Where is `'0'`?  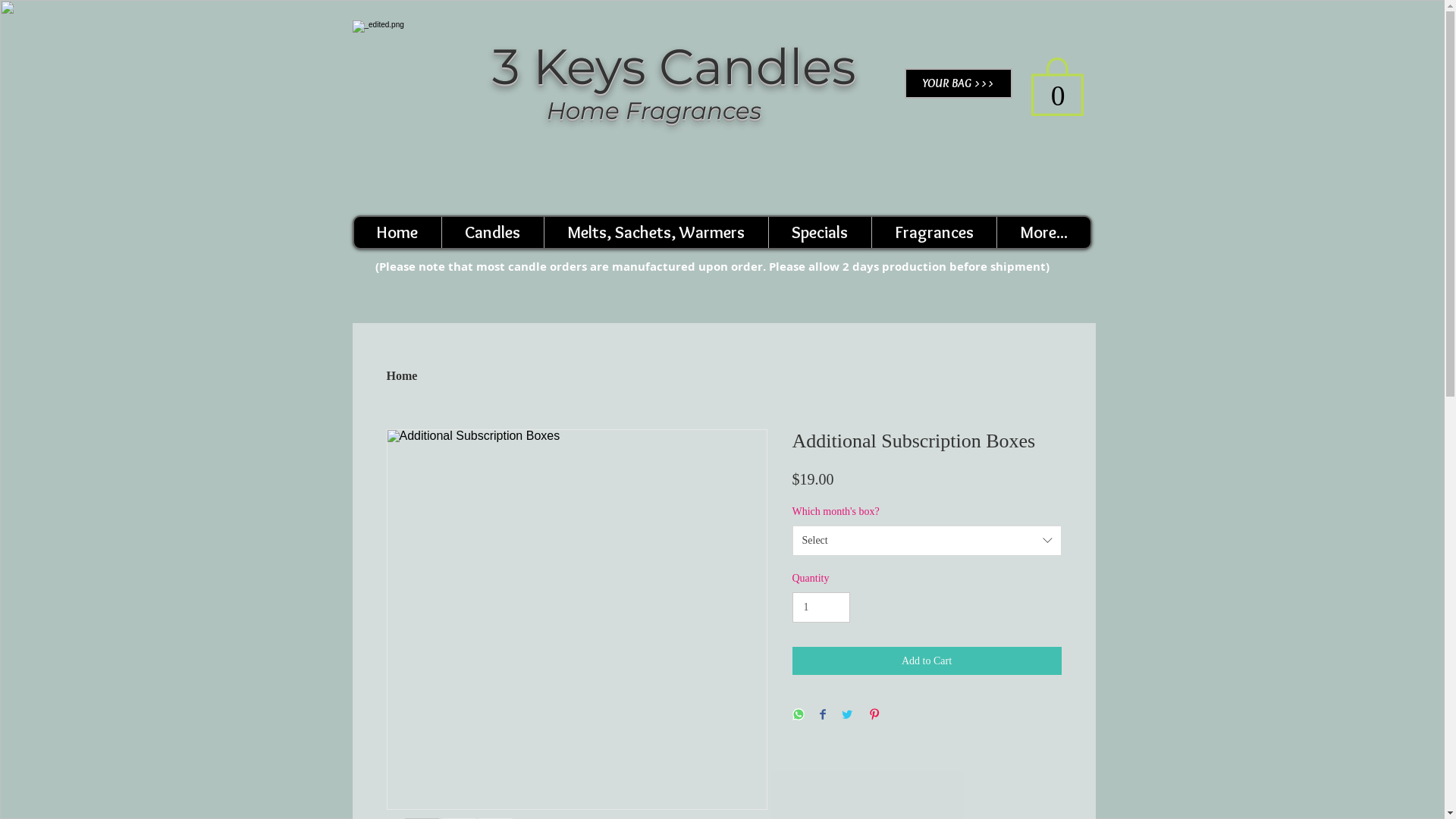 '0' is located at coordinates (1031, 84).